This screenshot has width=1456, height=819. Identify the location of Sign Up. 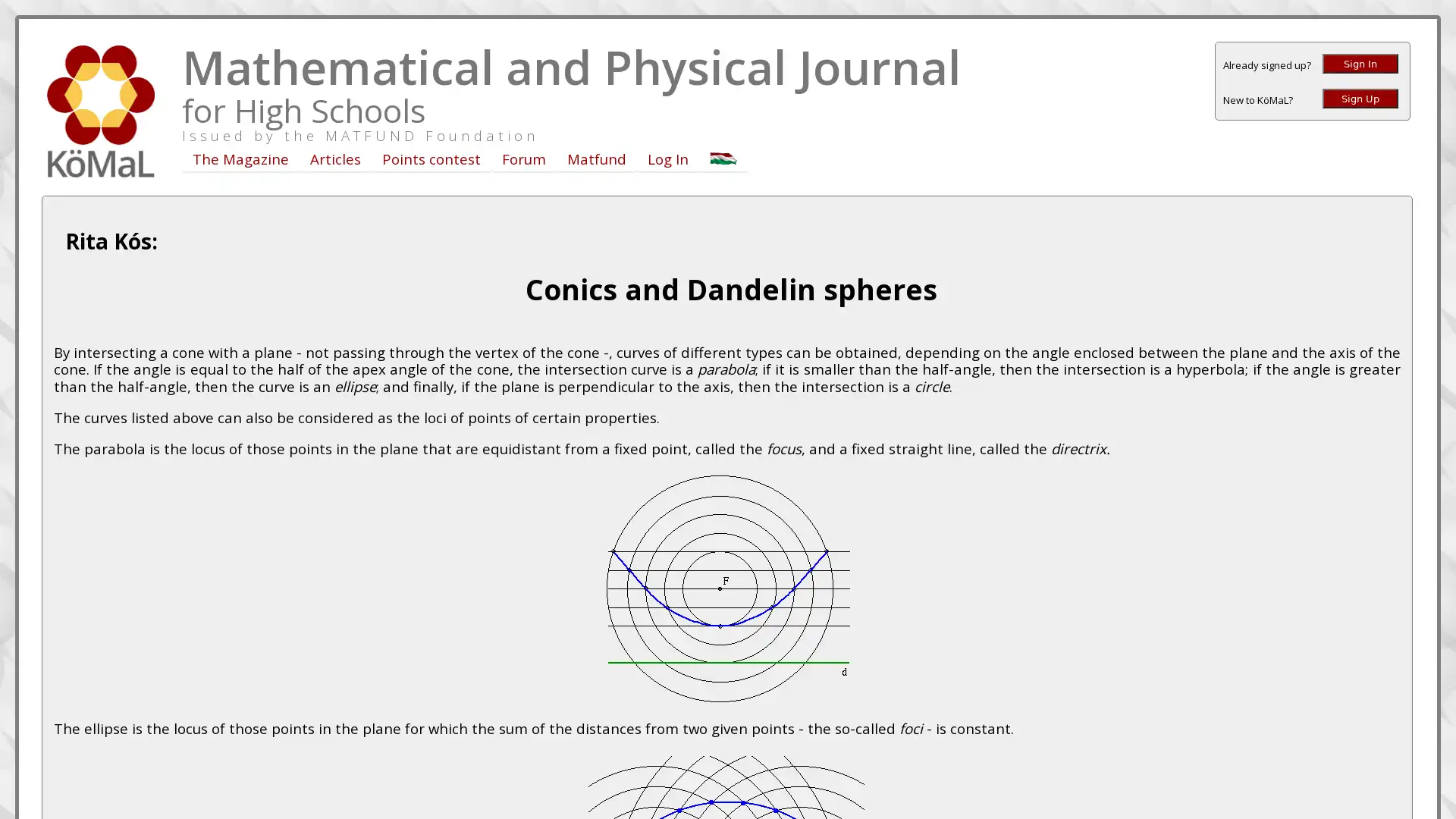
(1360, 99).